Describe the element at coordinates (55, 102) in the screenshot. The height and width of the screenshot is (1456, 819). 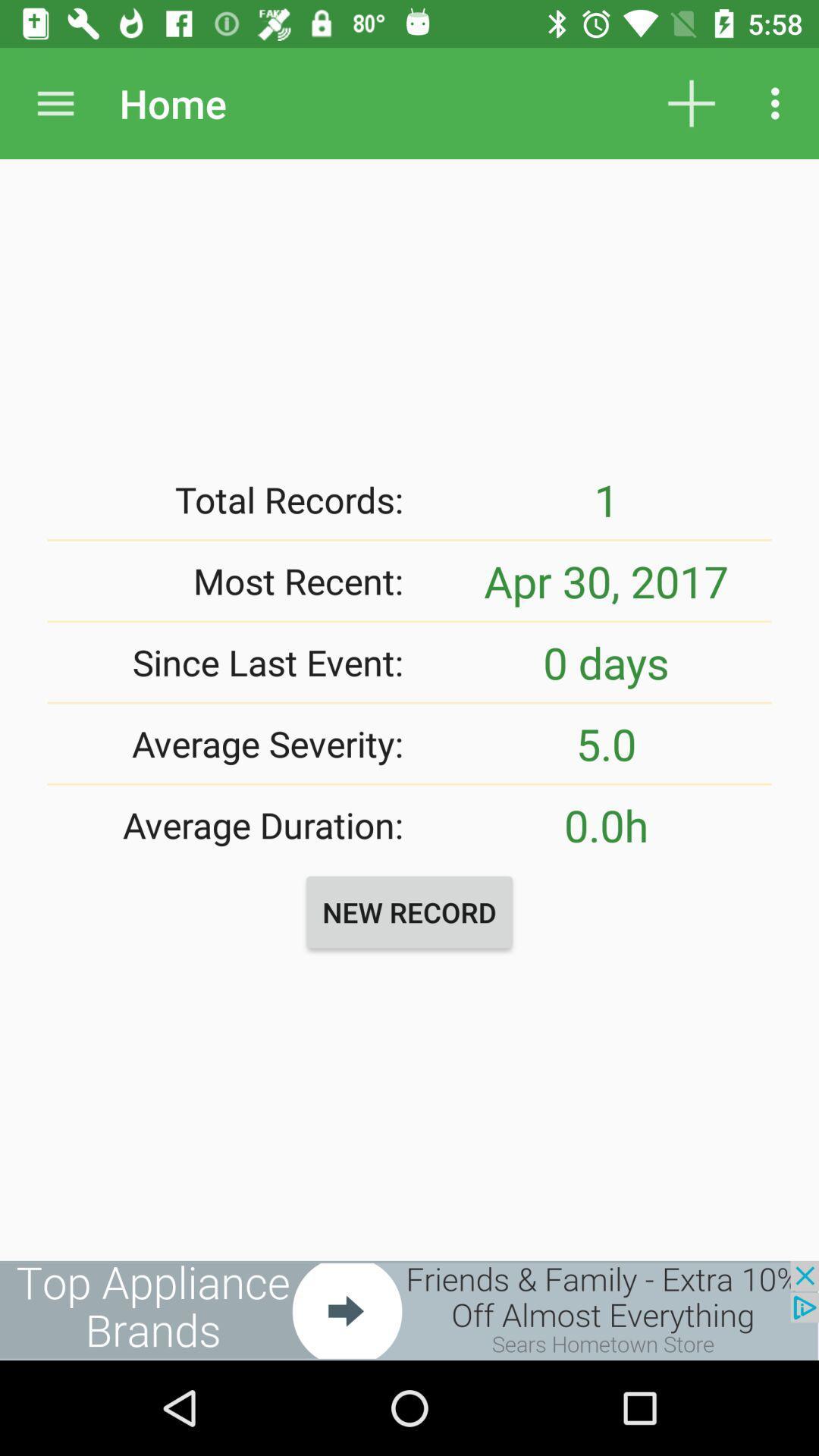
I see `open menu` at that location.